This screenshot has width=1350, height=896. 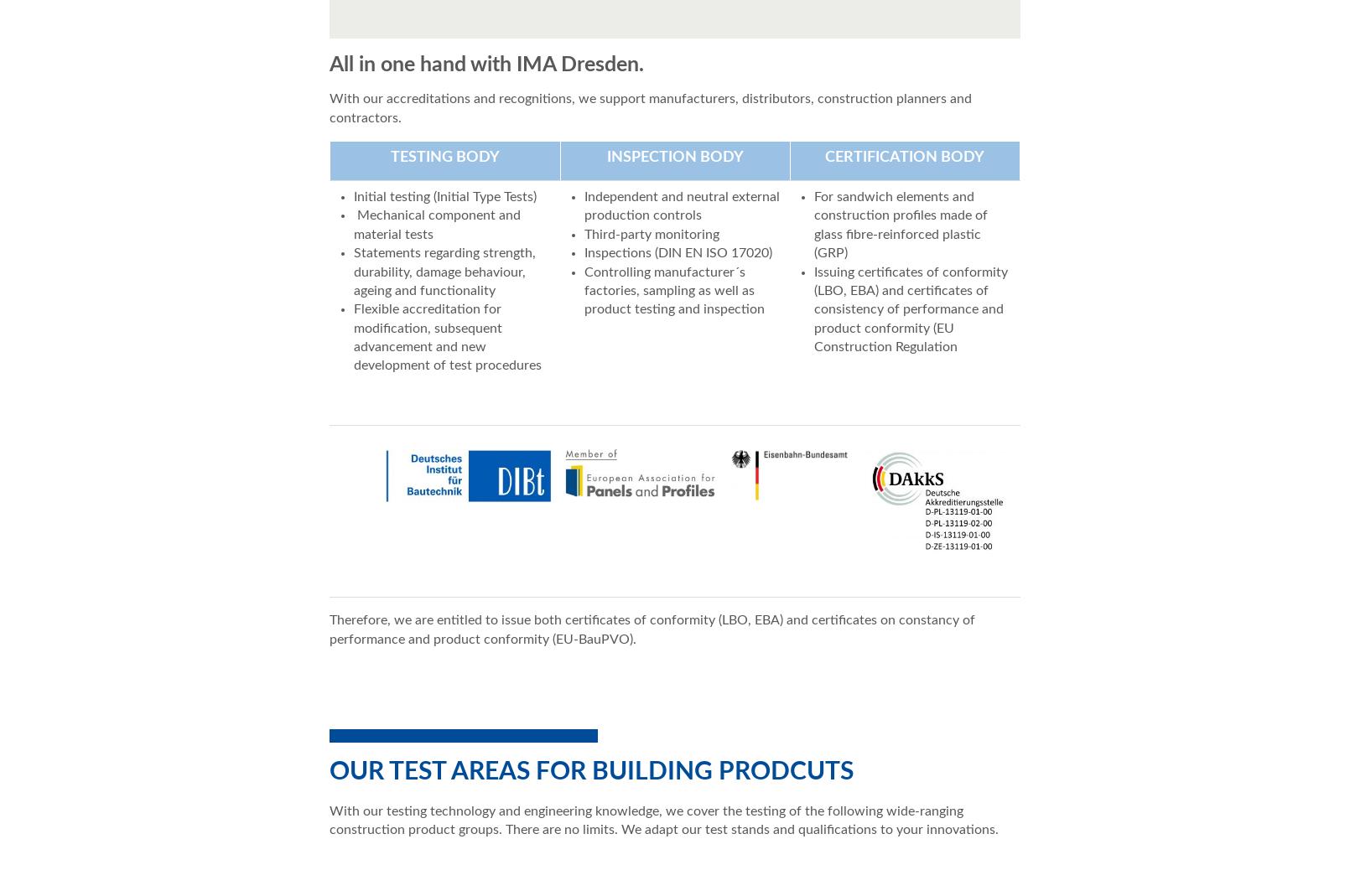 What do you see at coordinates (447, 337) in the screenshot?
I see `'Flexible accreditation for modification, subsequent advancement and new development of test procedures'` at bounding box center [447, 337].